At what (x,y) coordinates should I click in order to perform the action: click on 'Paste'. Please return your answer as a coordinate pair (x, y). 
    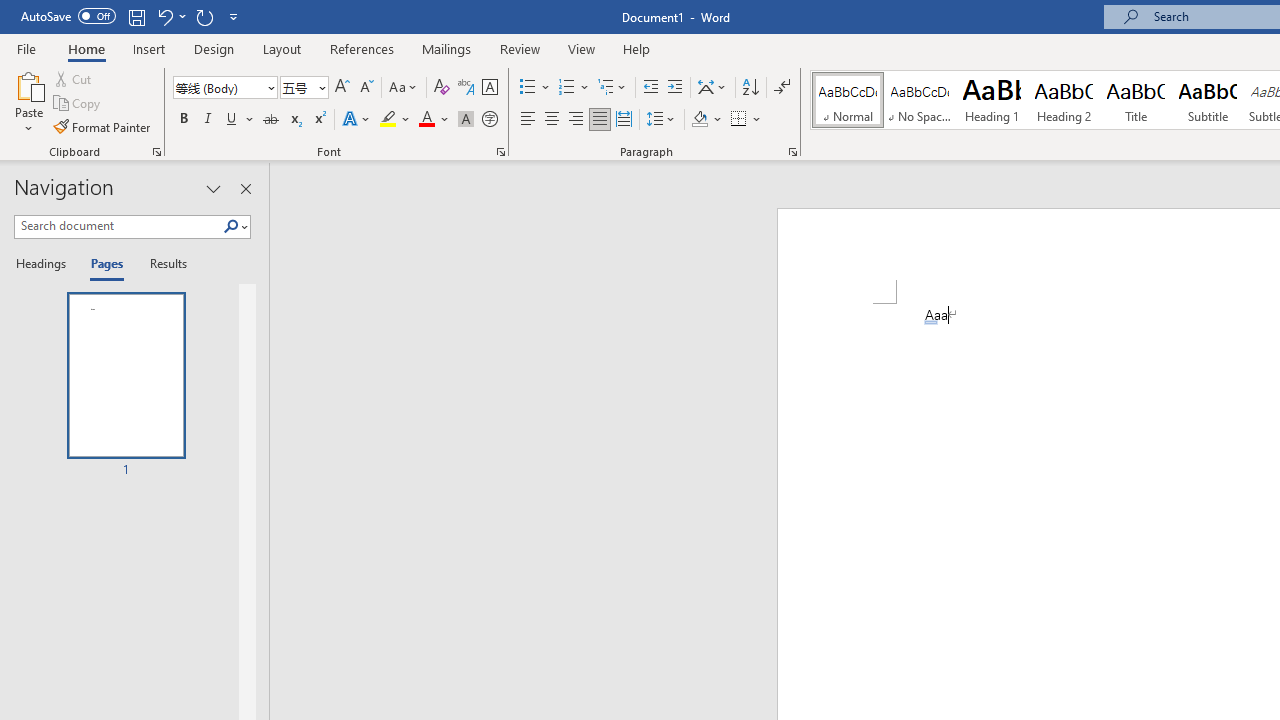
    Looking at the image, I should click on (28, 84).